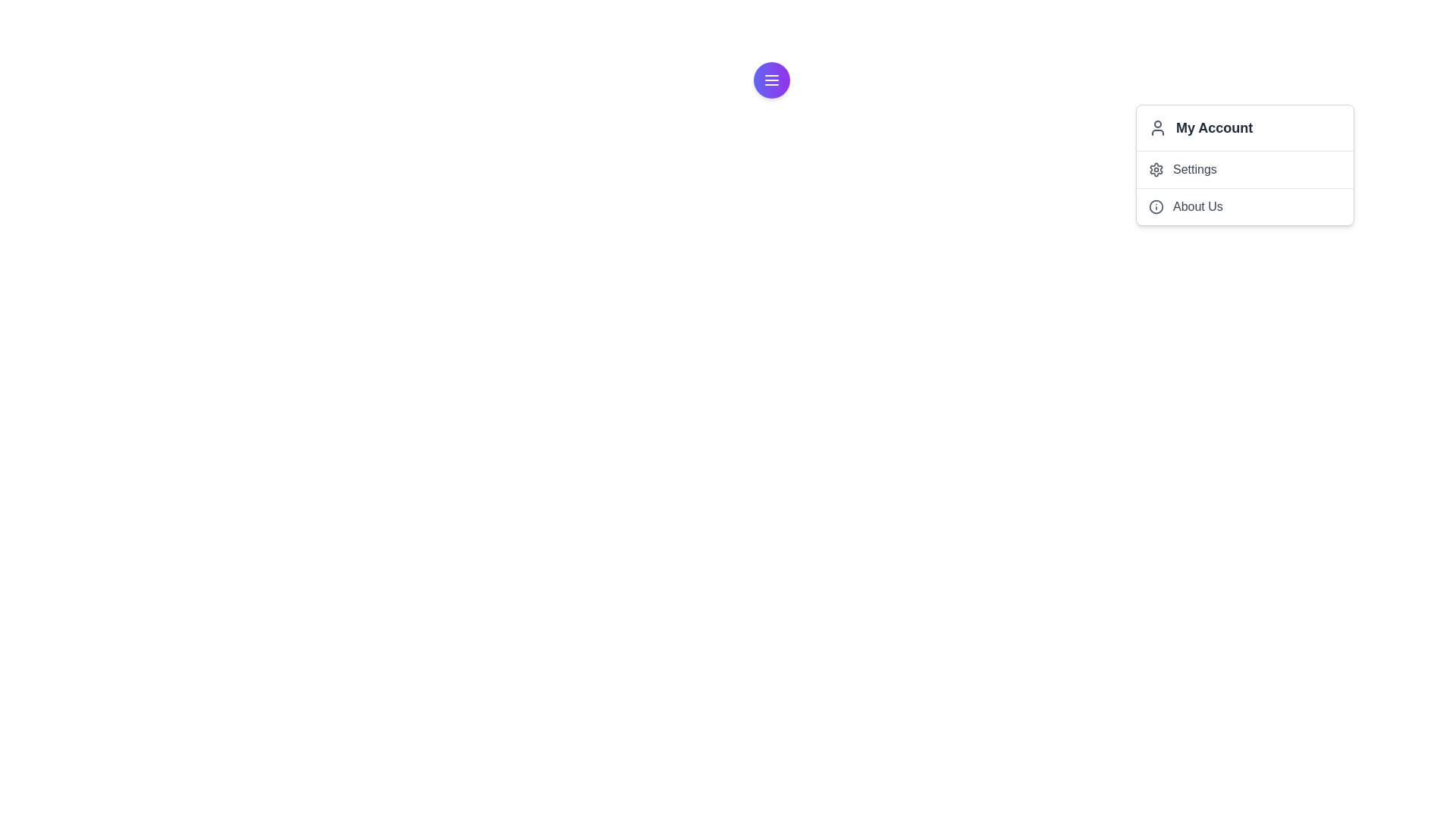 This screenshot has height=819, width=1456. I want to click on the 'About Us' dropdown menu item located beneath the 'Settings' menu item, so click(1244, 206).